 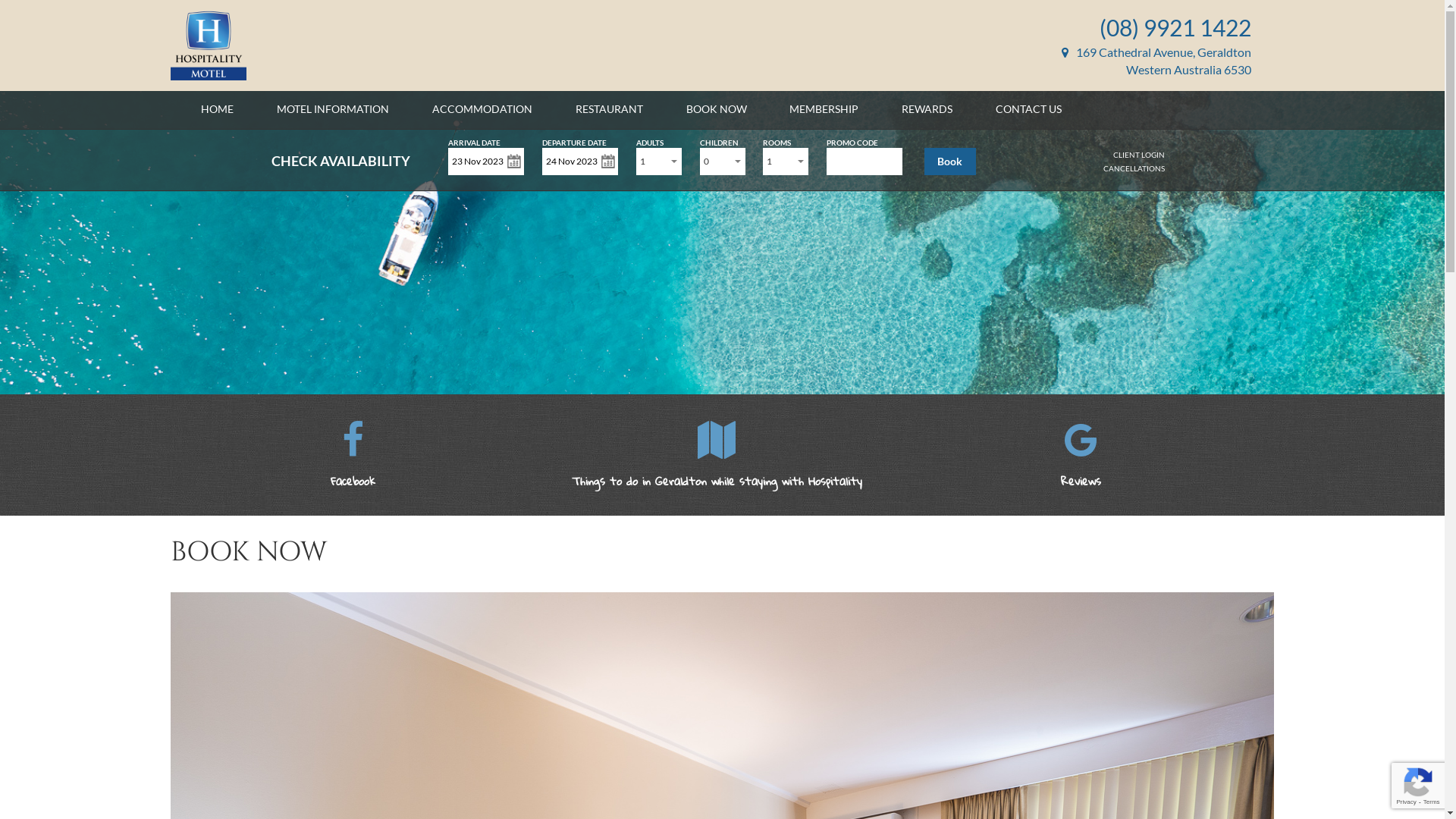 What do you see at coordinates (924, 161) in the screenshot?
I see `'Book'` at bounding box center [924, 161].